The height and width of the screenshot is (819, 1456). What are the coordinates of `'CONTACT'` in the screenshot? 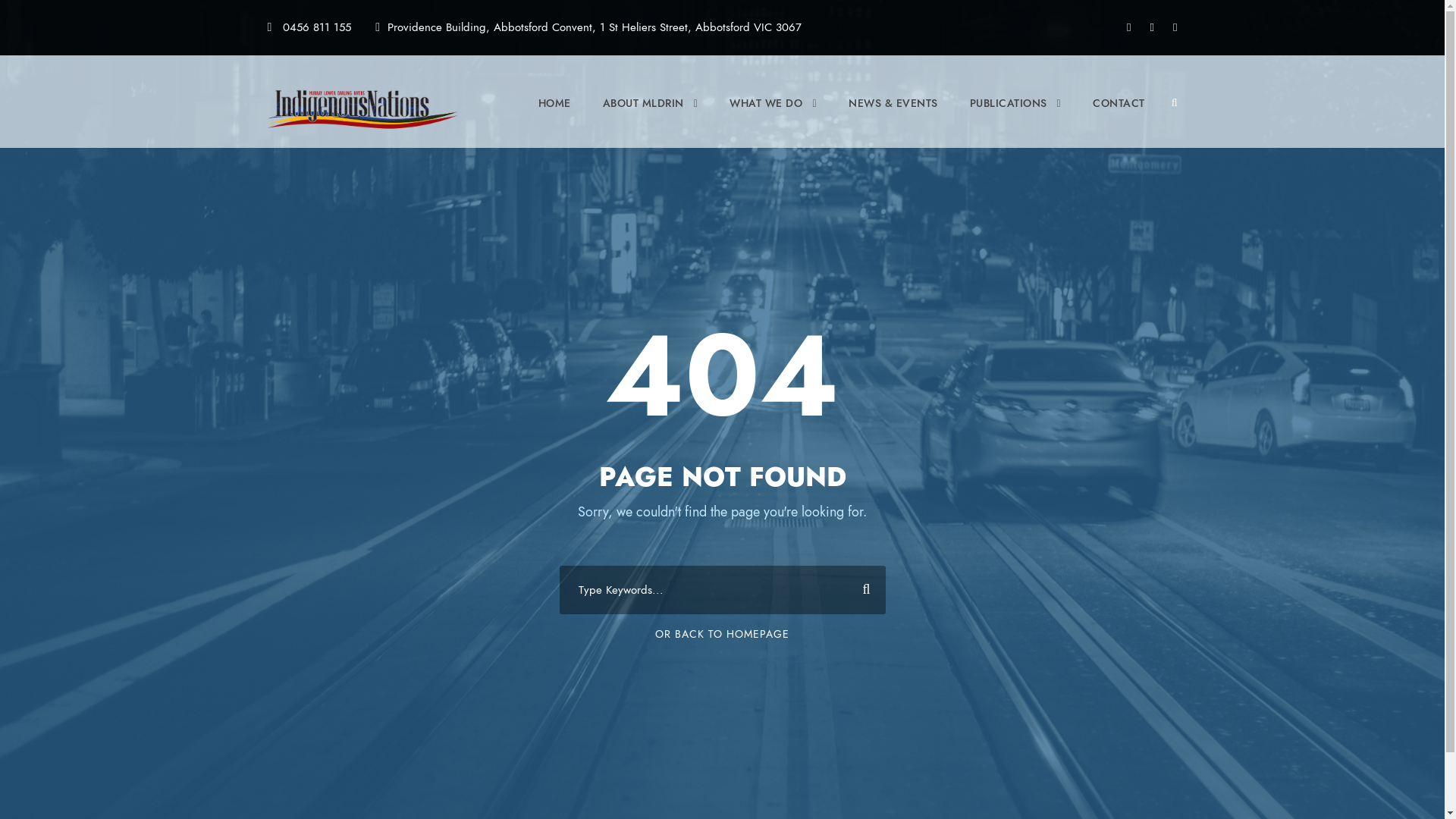 It's located at (1119, 116).